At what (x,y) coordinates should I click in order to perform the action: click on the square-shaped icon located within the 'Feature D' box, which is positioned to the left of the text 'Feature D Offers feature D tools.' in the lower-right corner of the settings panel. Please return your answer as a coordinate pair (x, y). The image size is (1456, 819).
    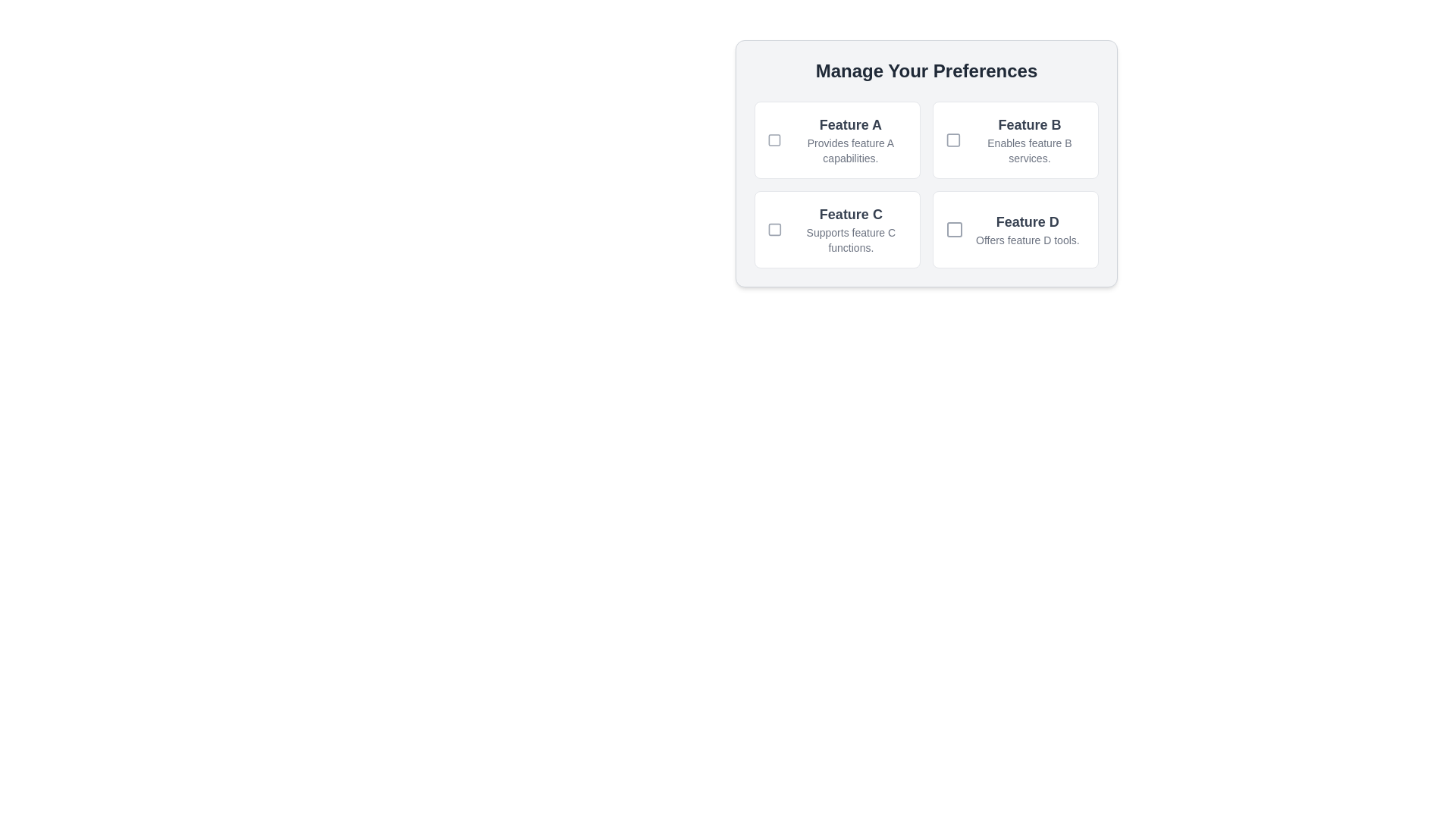
    Looking at the image, I should click on (953, 230).